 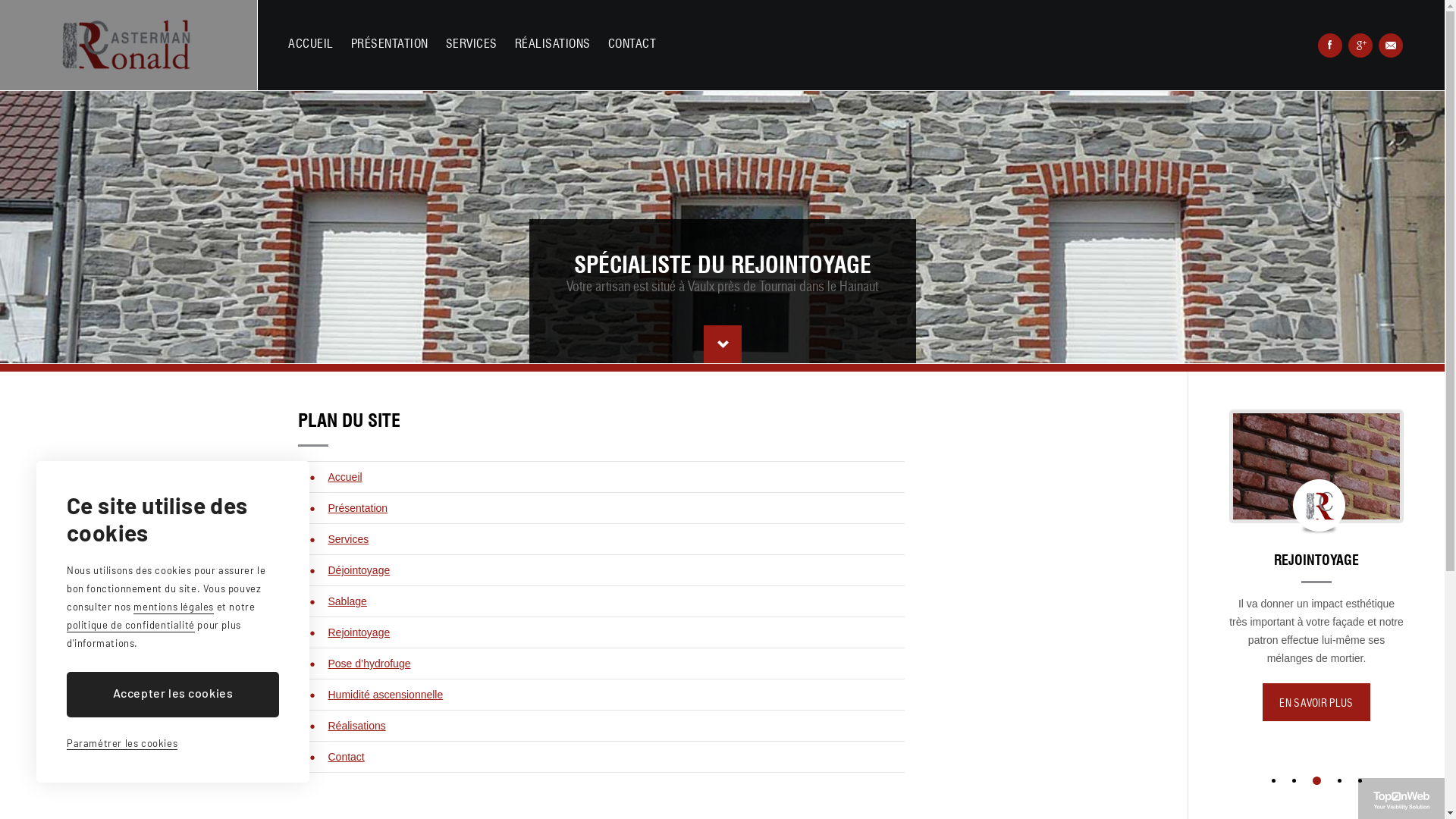 I want to click on '2', so click(x=1295, y=780).